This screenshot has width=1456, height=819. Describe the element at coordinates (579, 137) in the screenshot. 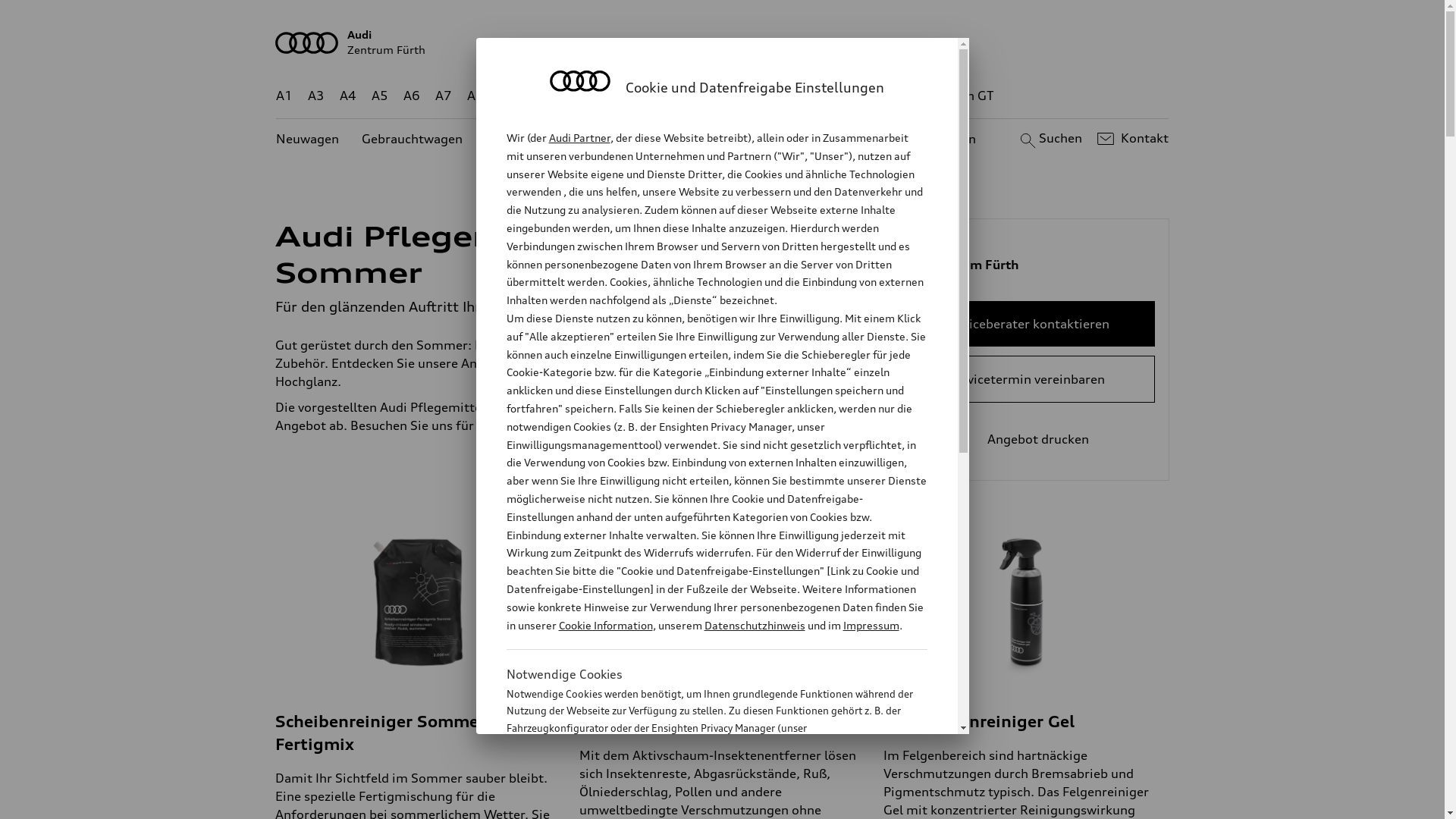

I see `'Audi Partner'` at that location.